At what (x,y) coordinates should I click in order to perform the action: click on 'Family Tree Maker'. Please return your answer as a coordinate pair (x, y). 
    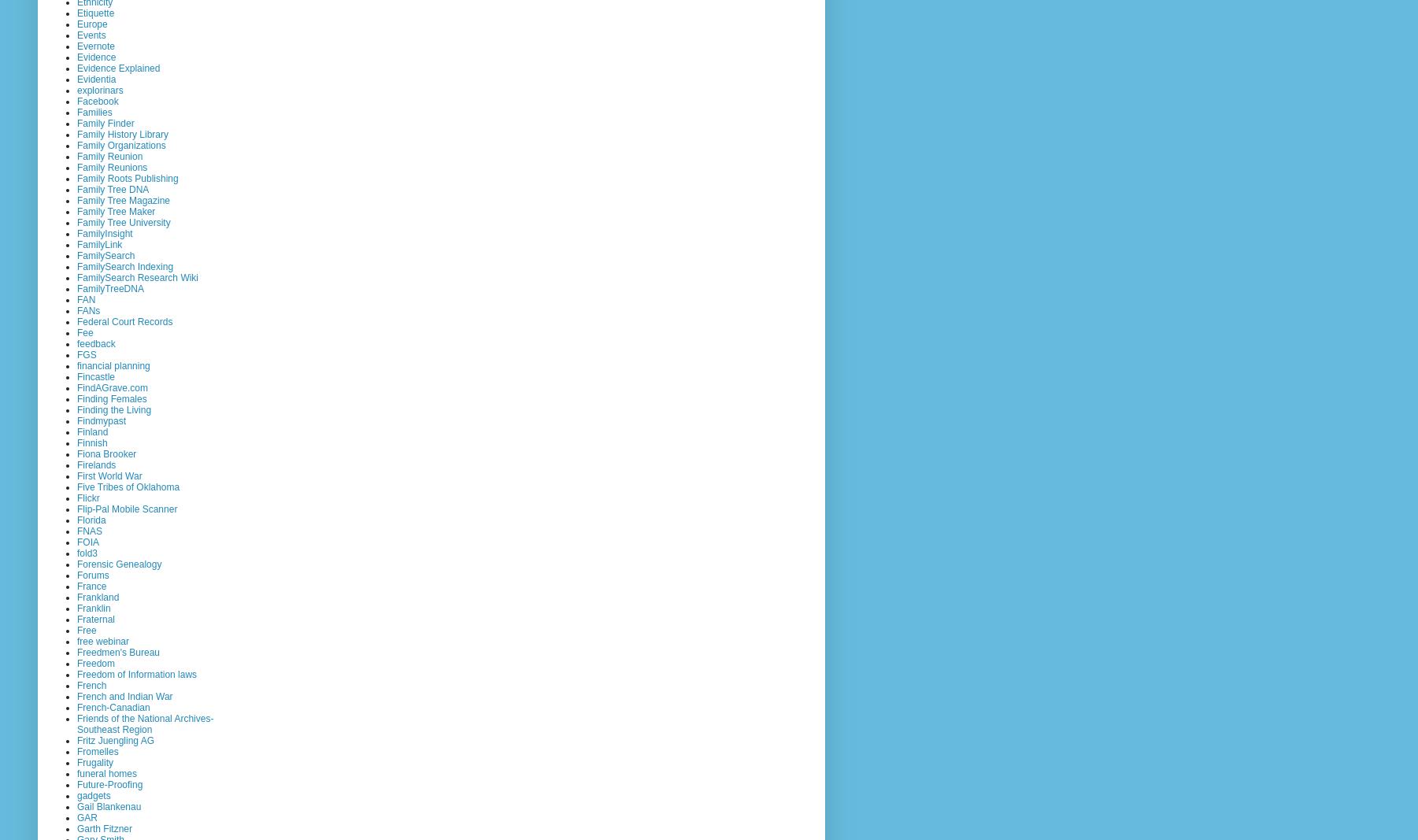
    Looking at the image, I should click on (116, 211).